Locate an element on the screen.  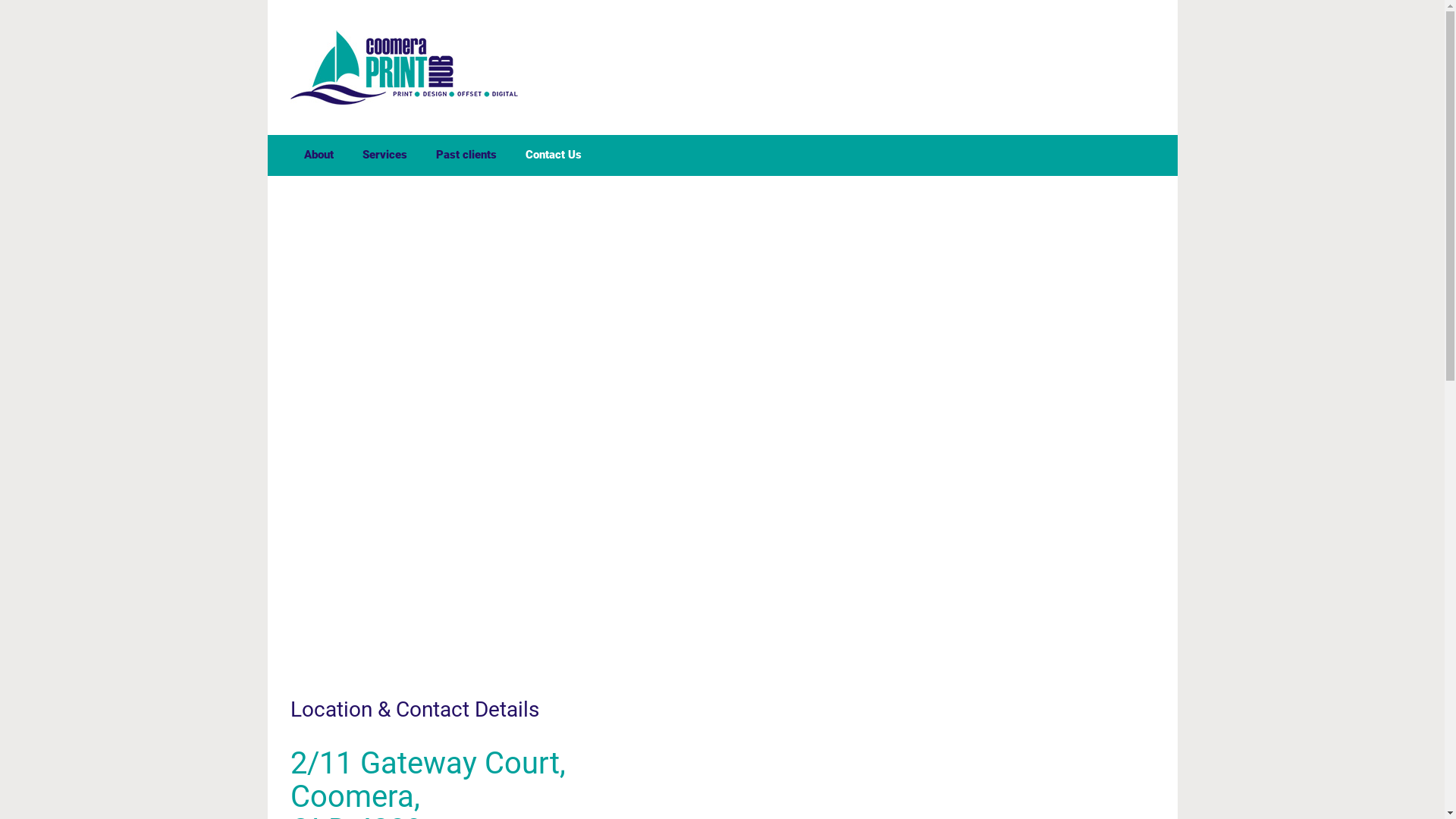
'Contact Us' is located at coordinates (552, 155).